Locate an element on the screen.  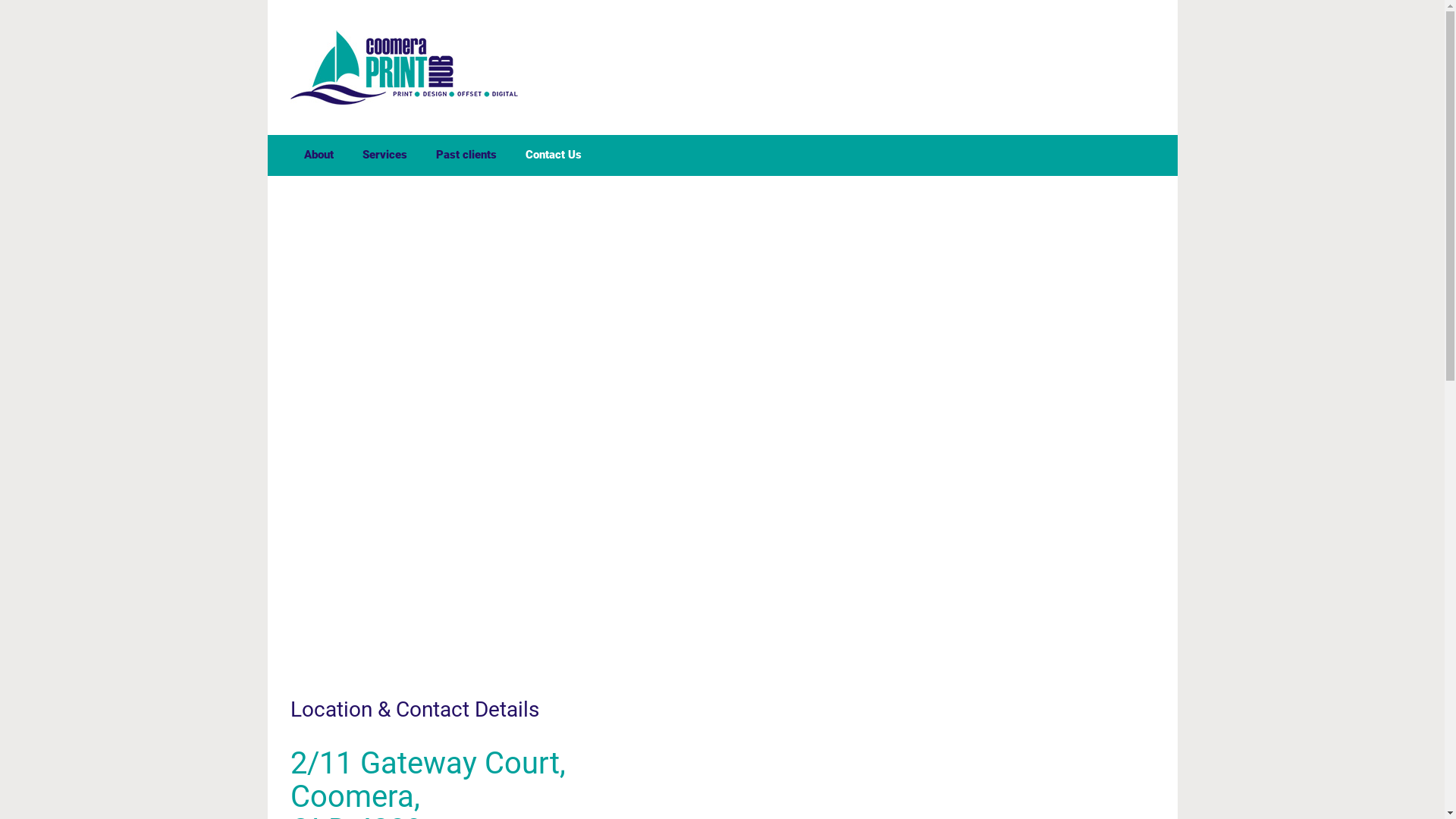
'Contact Us' is located at coordinates (552, 155).